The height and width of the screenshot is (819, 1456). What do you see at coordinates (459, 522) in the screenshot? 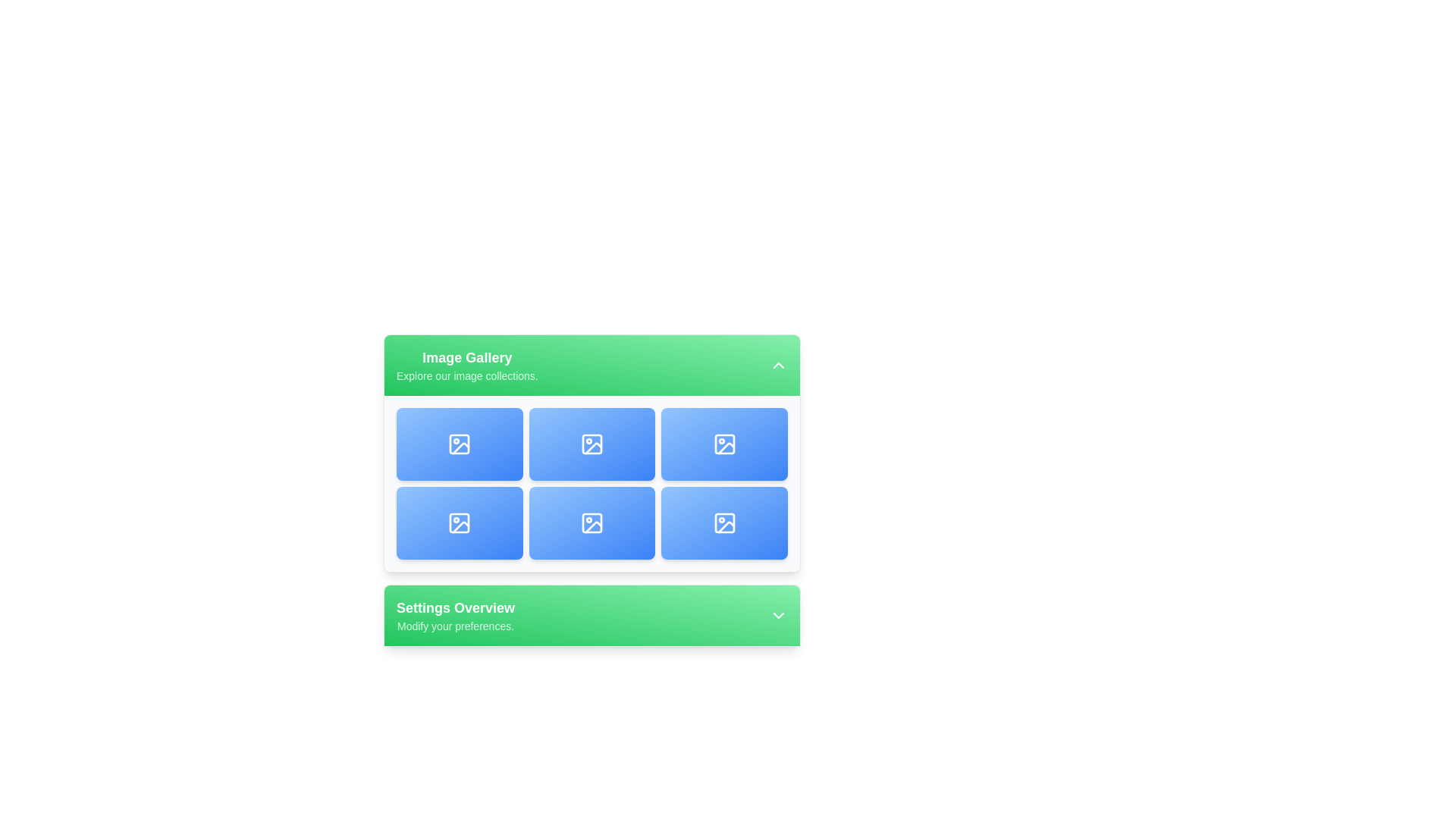
I see `the small rectangular icon with rounded corners that has a white border and a blue background, located in the bottom-left tile of the image gallery` at bounding box center [459, 522].